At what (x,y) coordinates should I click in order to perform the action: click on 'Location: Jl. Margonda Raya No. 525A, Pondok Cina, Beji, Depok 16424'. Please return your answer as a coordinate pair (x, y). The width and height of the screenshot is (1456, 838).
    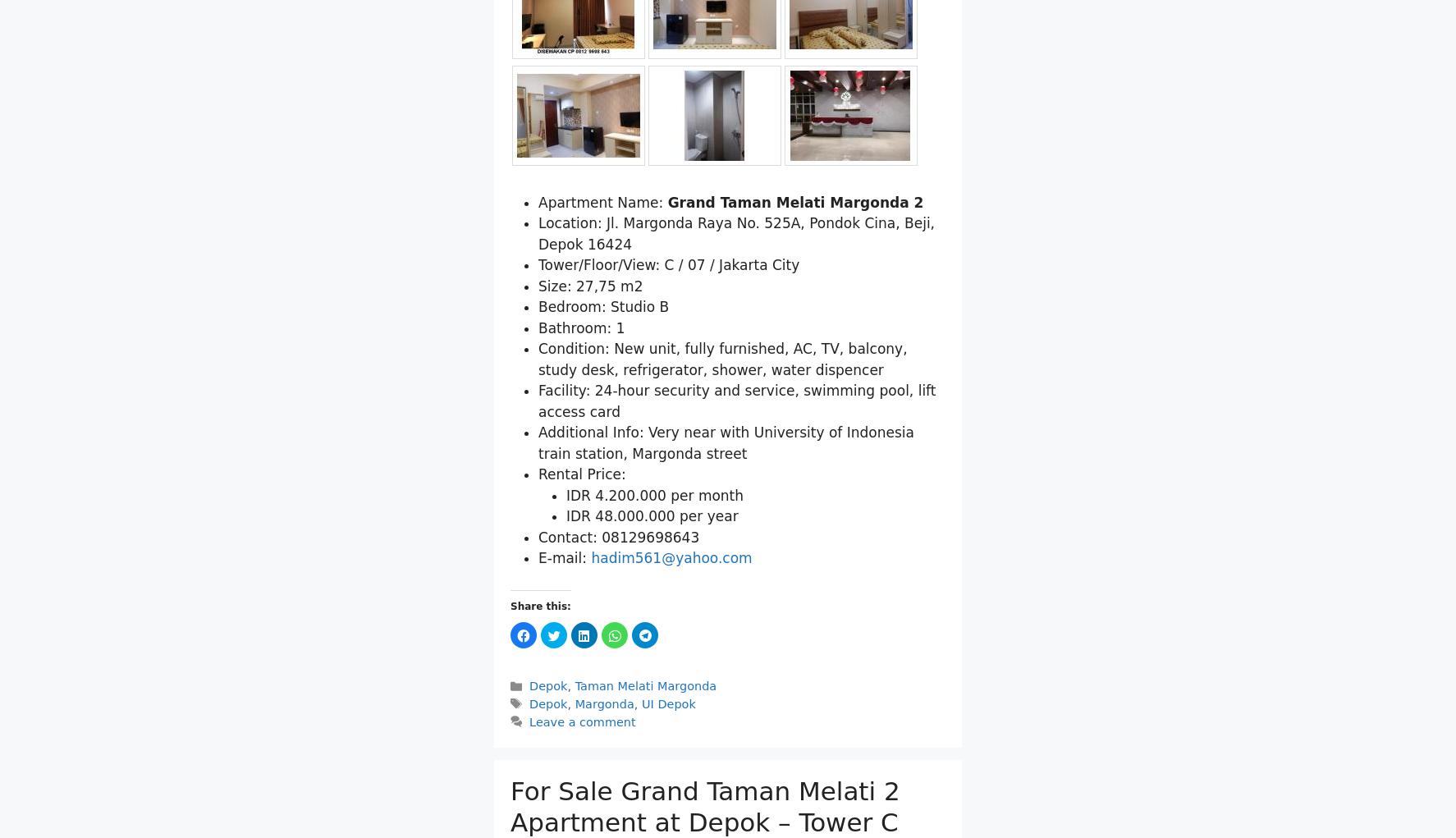
    Looking at the image, I should click on (735, 233).